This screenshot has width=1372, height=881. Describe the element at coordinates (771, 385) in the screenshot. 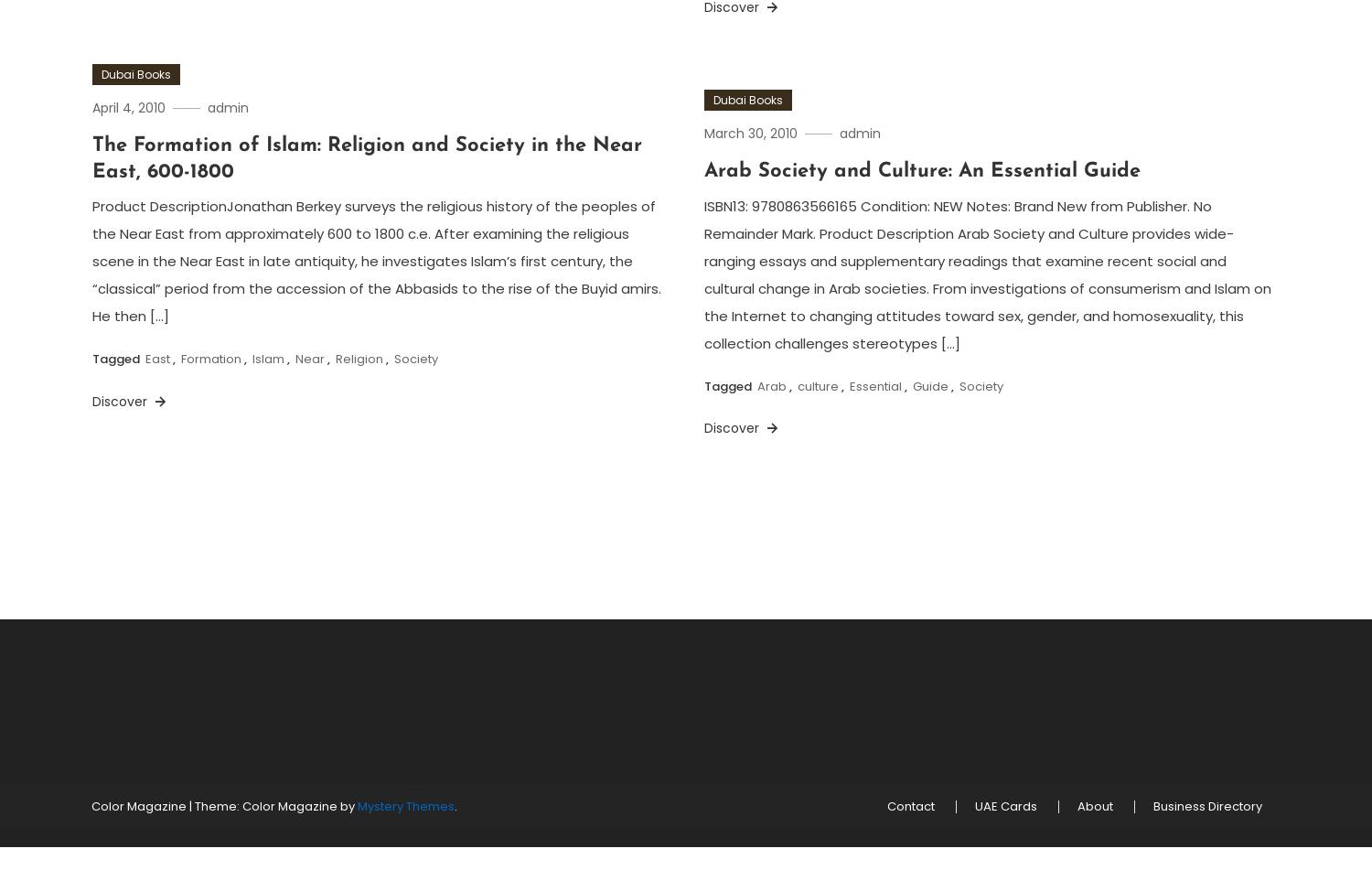

I see `'Arab'` at that location.